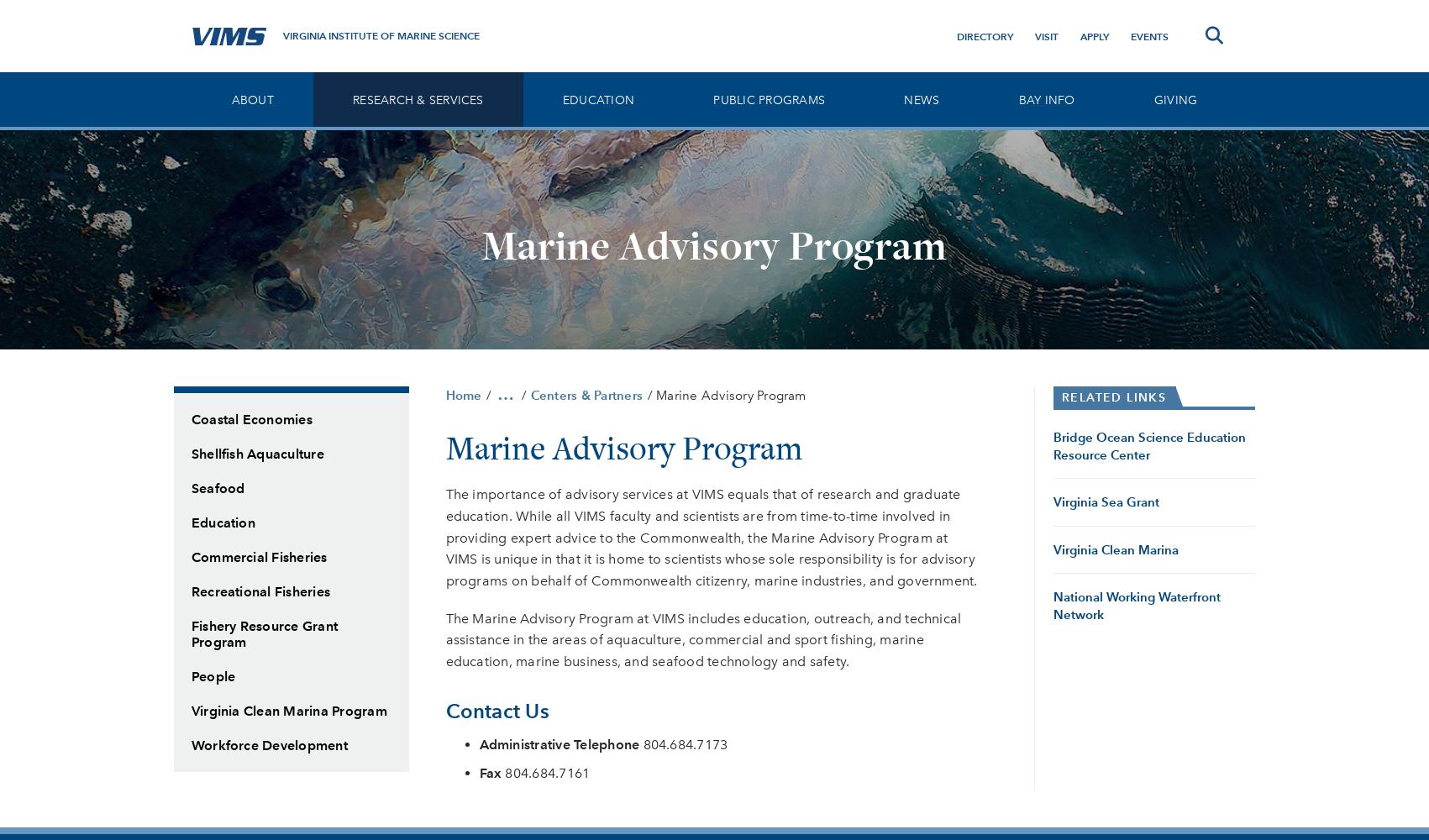 The image size is (1429, 840). What do you see at coordinates (1136, 604) in the screenshot?
I see `'National Working Waterfront Network'` at bounding box center [1136, 604].